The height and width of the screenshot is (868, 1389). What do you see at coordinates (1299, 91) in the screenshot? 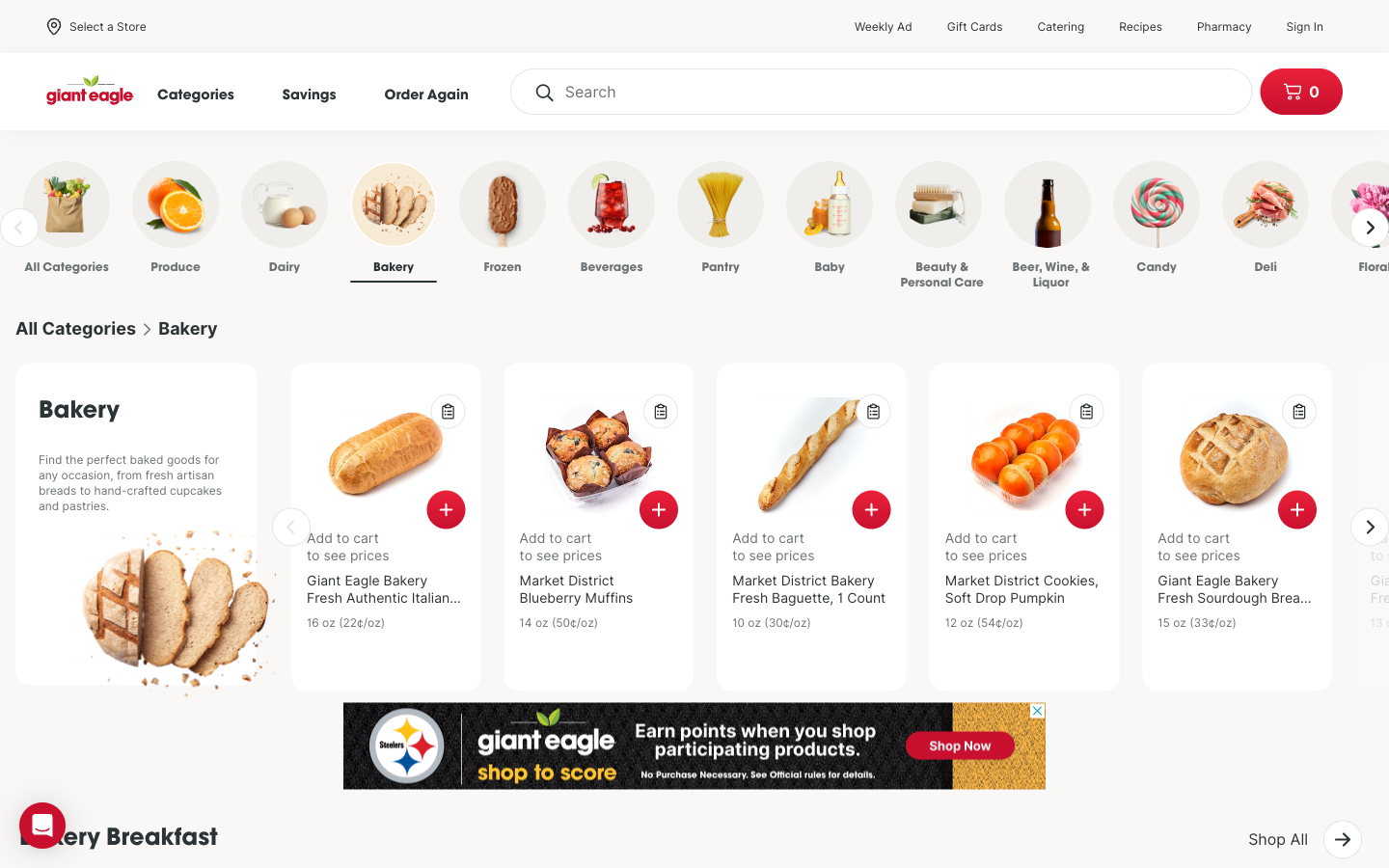
I see `View all products added to the shopping cart` at bounding box center [1299, 91].